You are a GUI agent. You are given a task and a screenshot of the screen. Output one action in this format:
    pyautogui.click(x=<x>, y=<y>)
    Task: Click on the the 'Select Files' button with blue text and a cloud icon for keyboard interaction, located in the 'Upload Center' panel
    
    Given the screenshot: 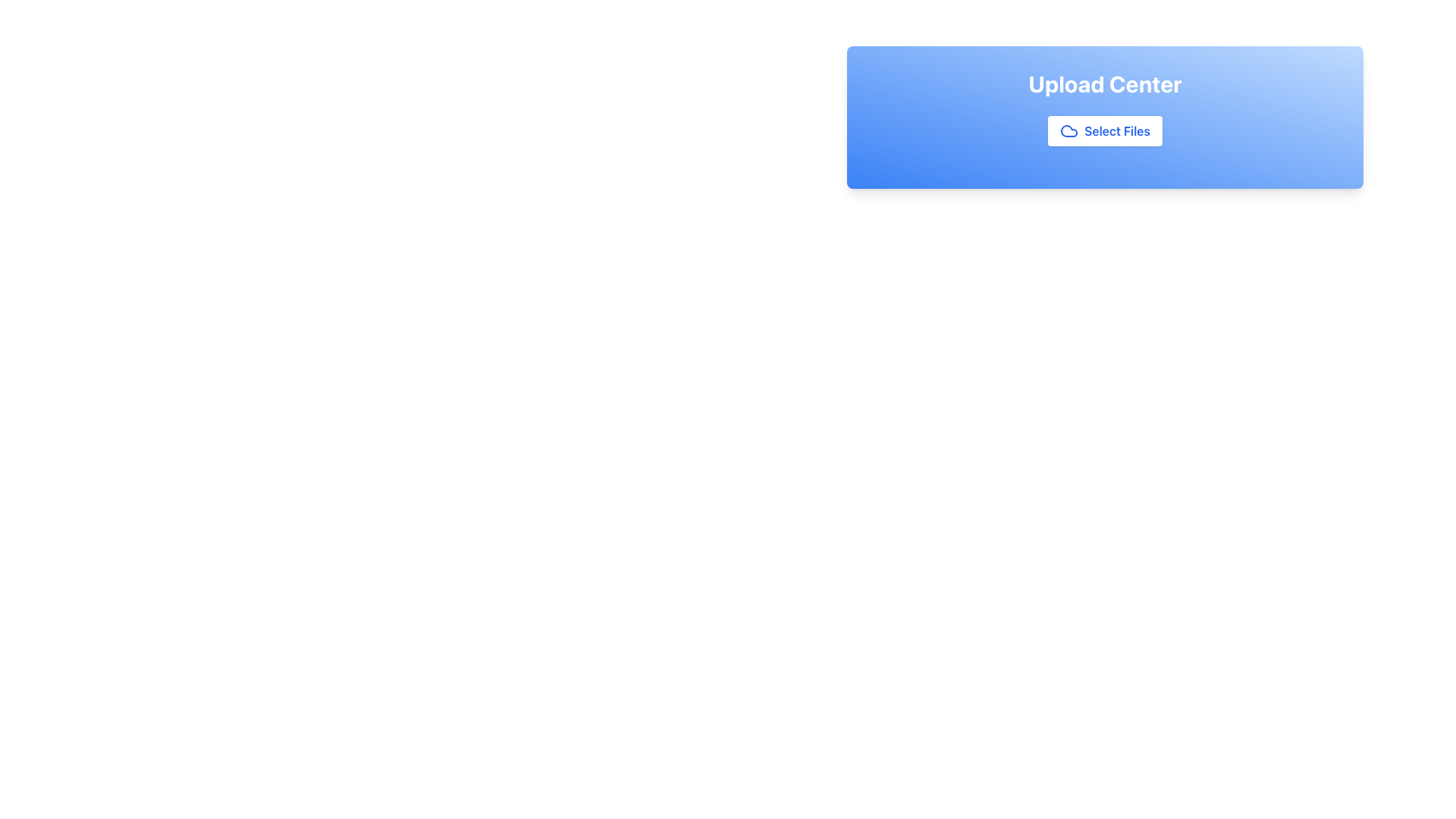 What is the action you would take?
    pyautogui.click(x=1105, y=130)
    